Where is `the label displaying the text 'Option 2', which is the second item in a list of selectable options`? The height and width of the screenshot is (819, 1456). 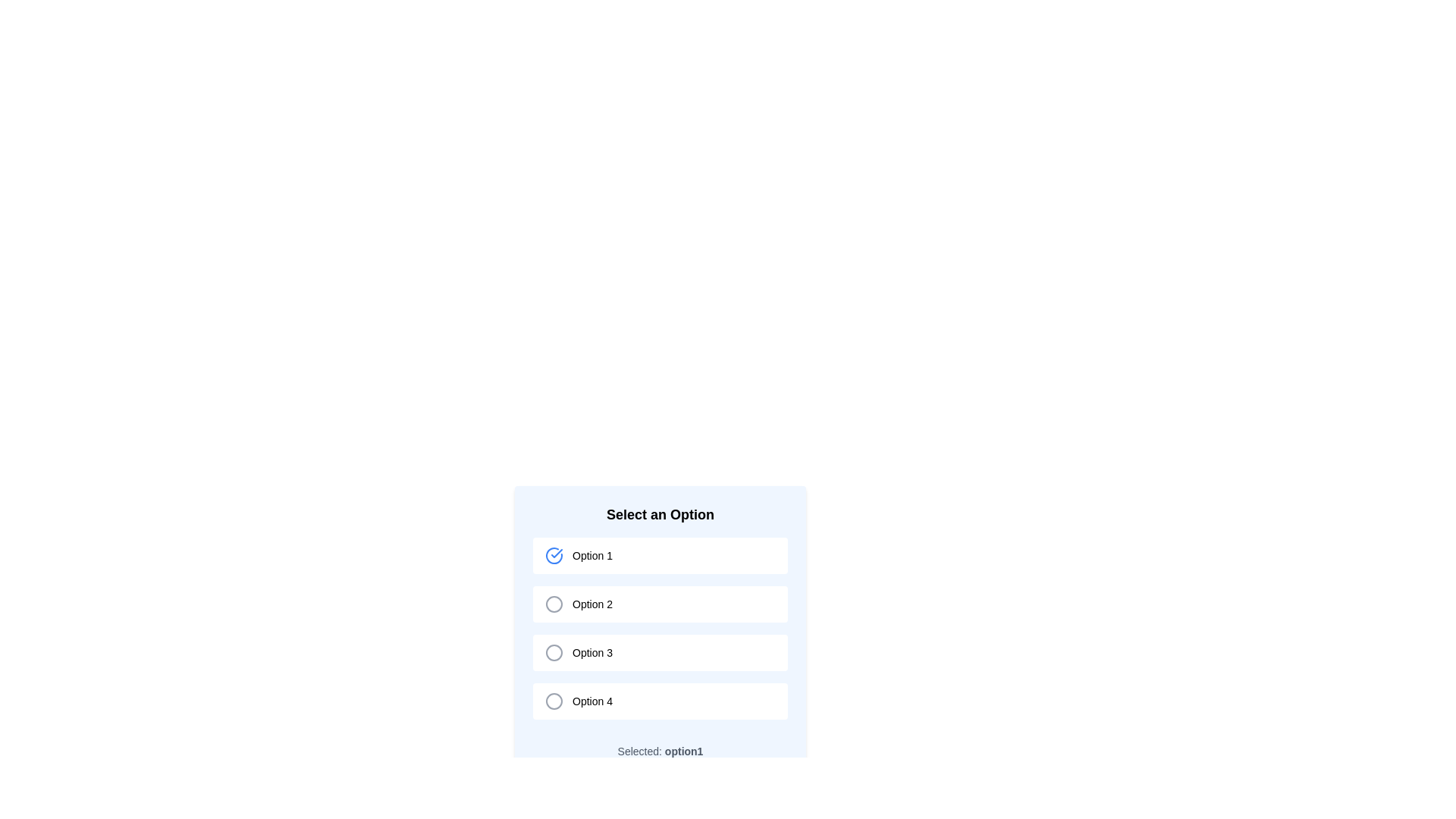 the label displaying the text 'Option 2', which is the second item in a list of selectable options is located at coordinates (591, 604).